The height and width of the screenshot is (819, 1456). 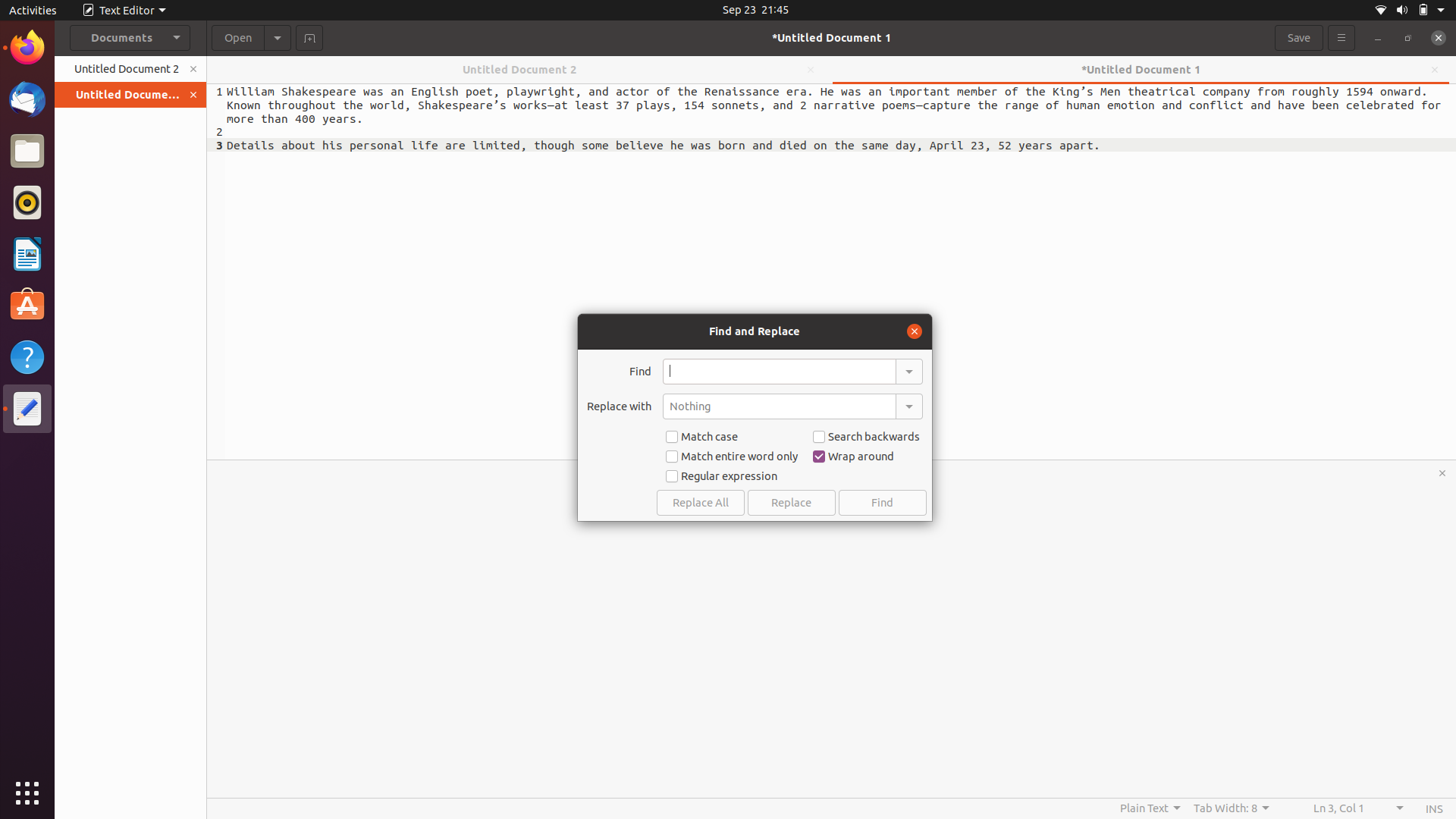 What do you see at coordinates (779, 371) in the screenshot?
I see `Match and find the word "shakespeare" with the same case in the document` at bounding box center [779, 371].